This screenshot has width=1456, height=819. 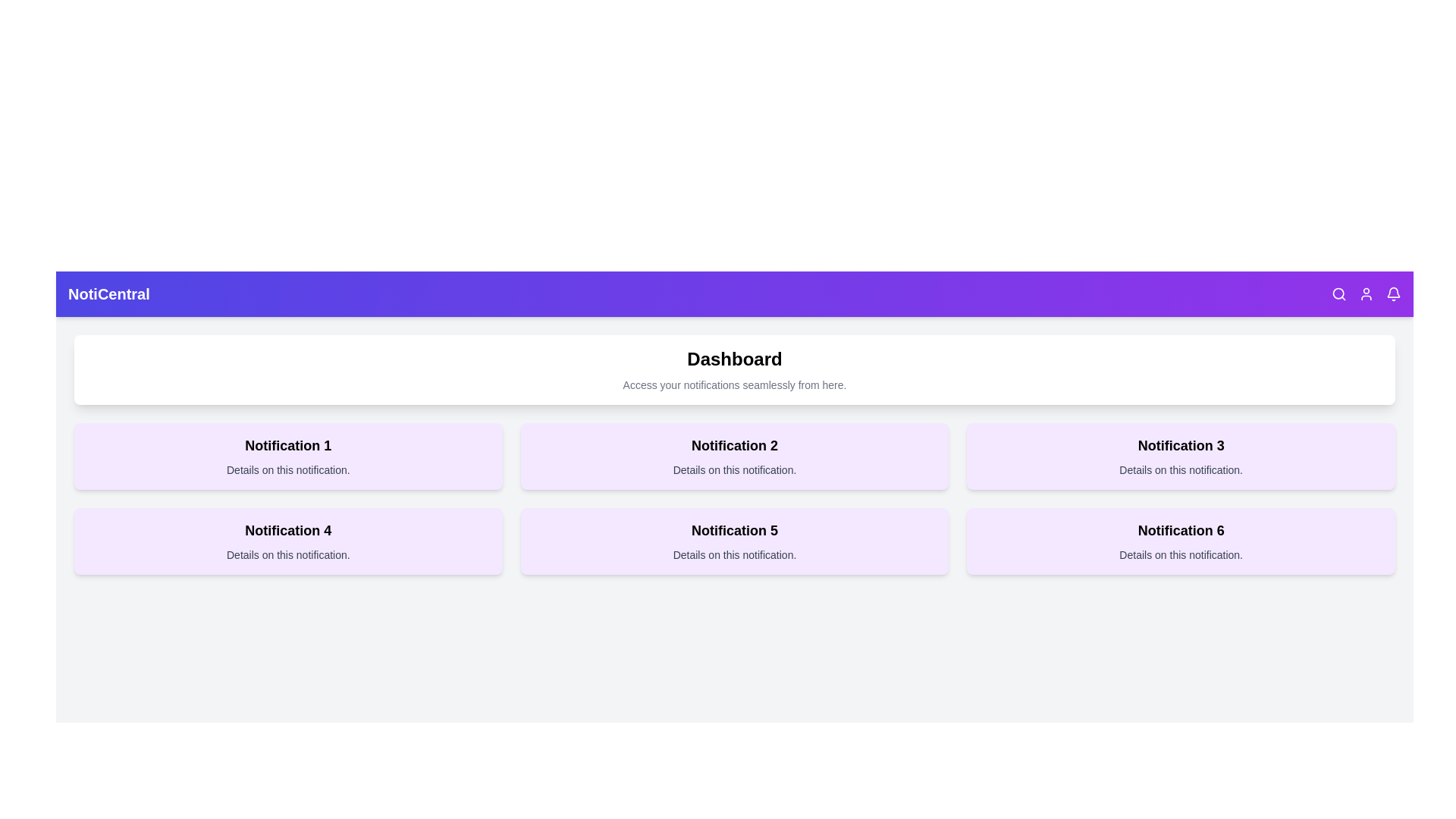 What do you see at coordinates (1394, 294) in the screenshot?
I see `the bell icon in the app bar` at bounding box center [1394, 294].